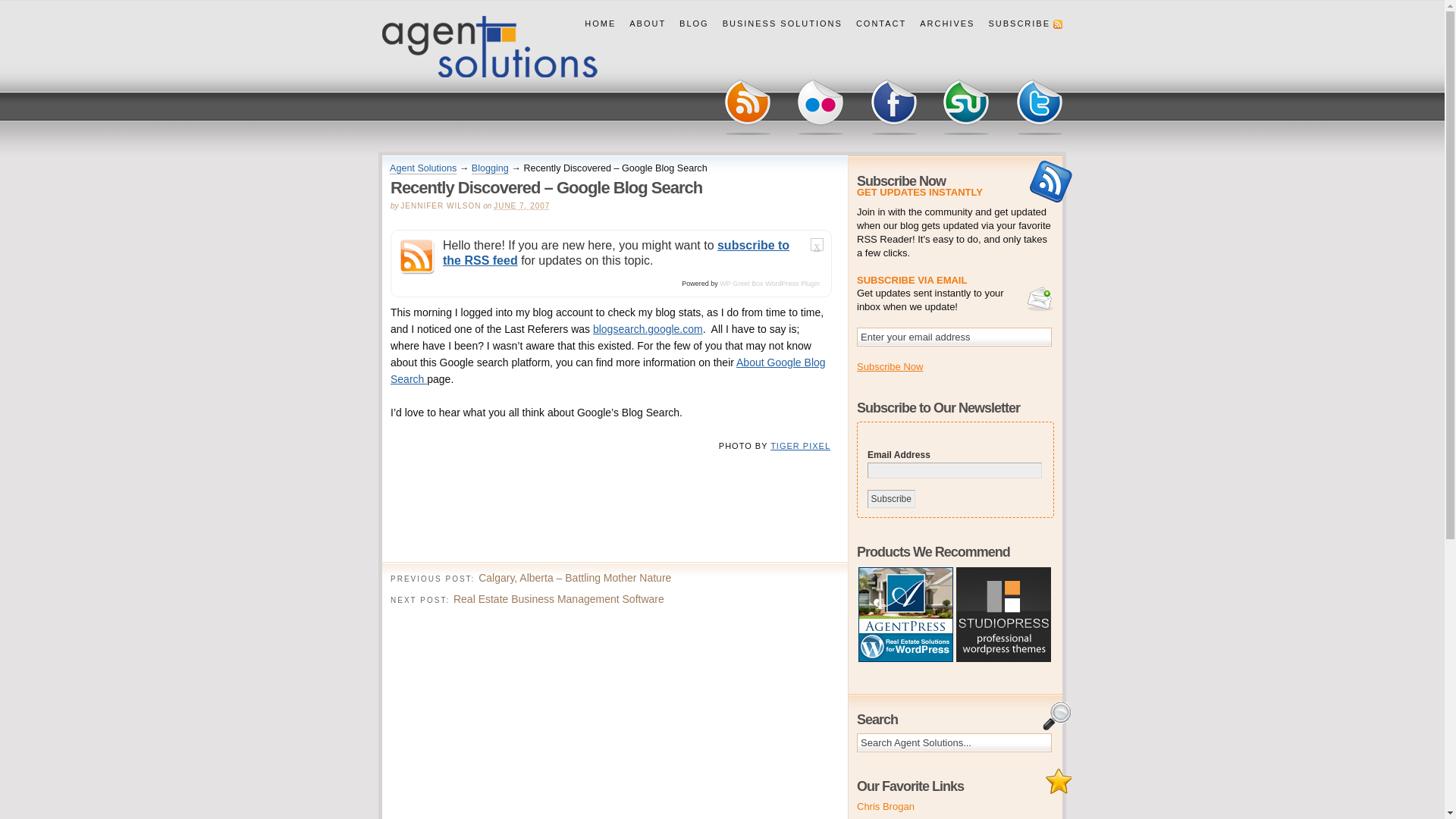  Describe the element at coordinates (965, 107) in the screenshot. I see `'Jennifer Wilson on StumbleUpon'` at that location.